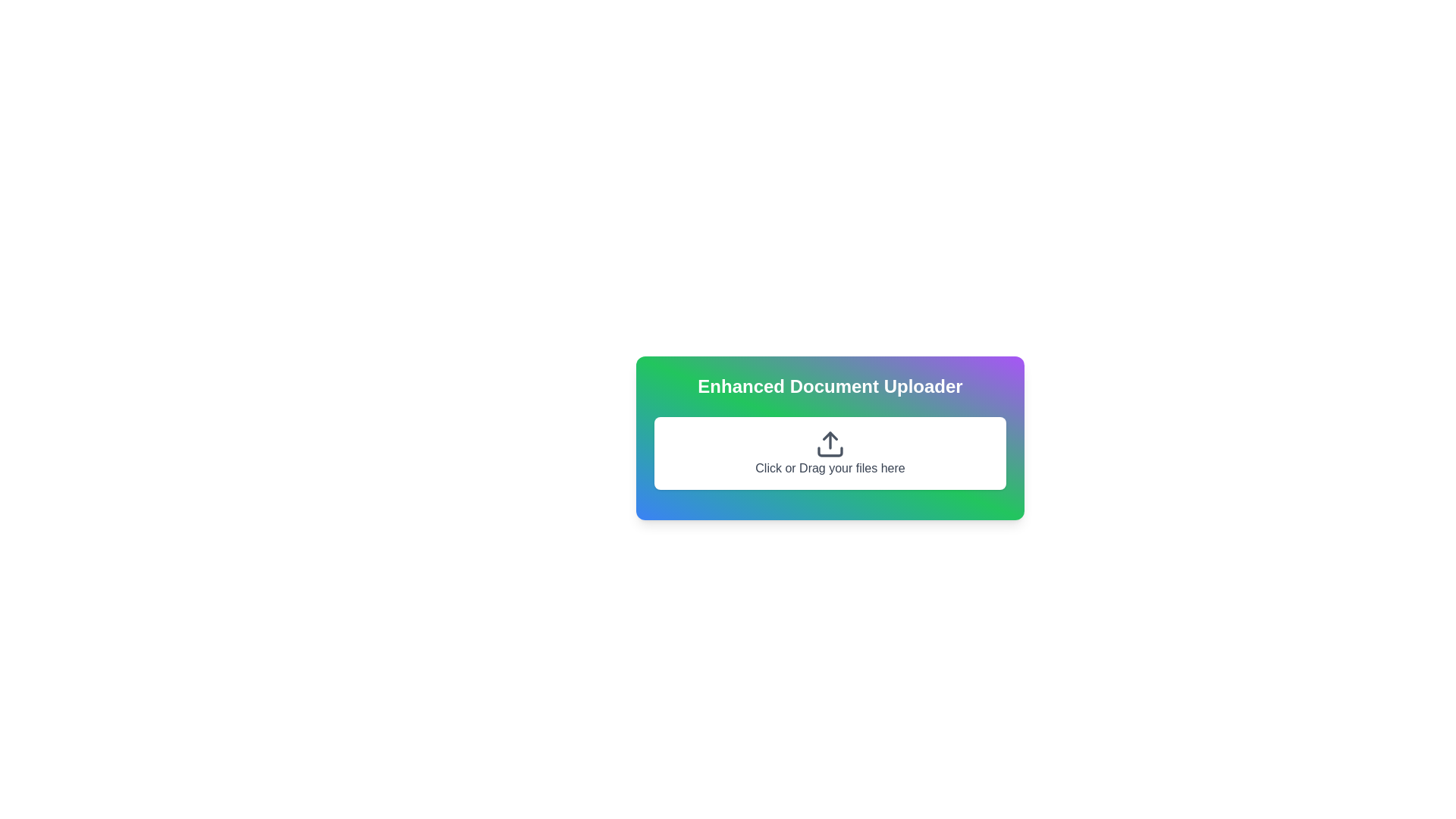 The image size is (1456, 819). I want to click on headline text label of the document uploading component, which is positioned above the file uploading instructions and icon in the center of the interface, so click(829, 385).